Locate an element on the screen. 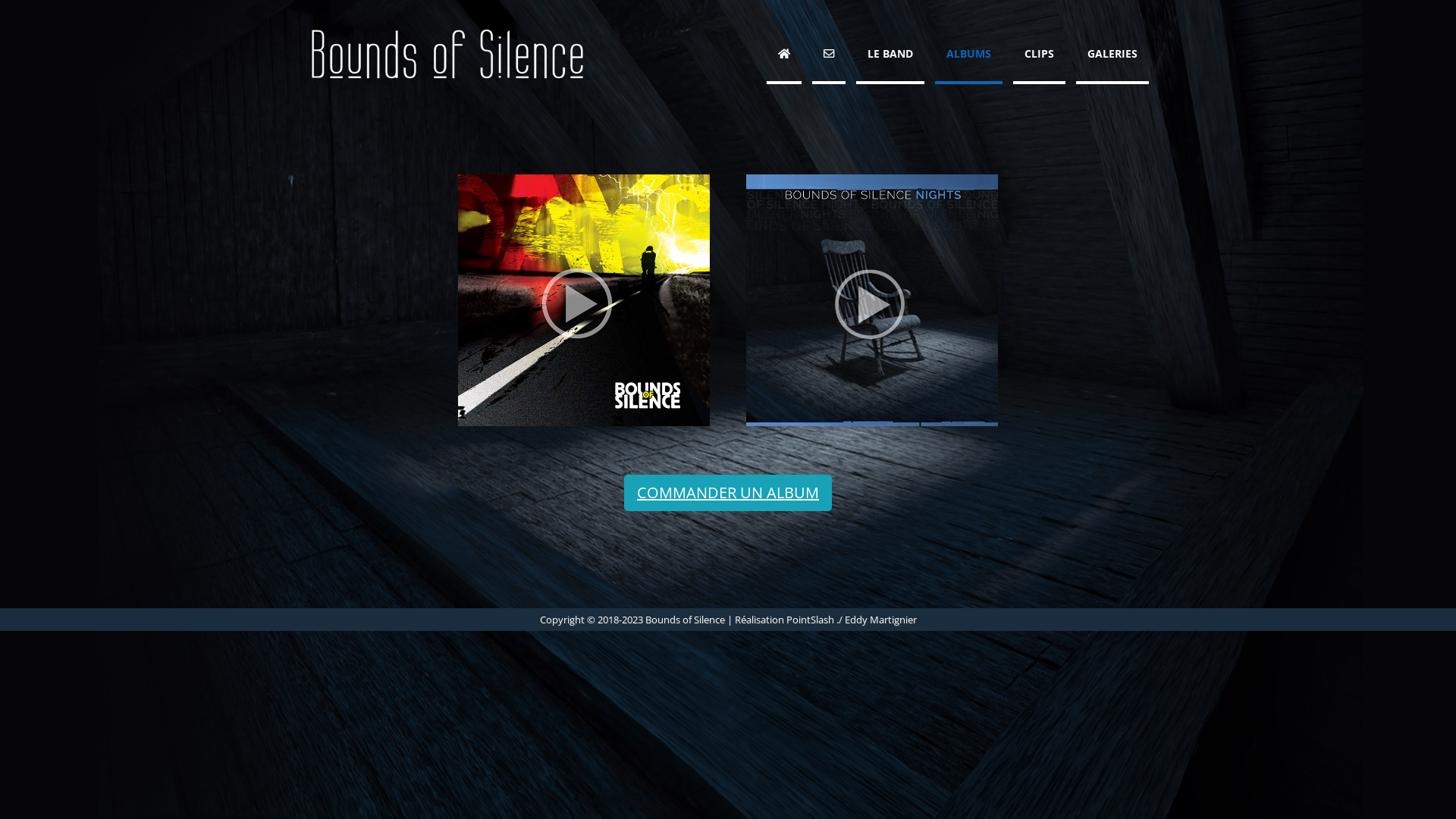 Image resolution: width=1456 pixels, height=819 pixels. 'PointSlash ./ Eddy Martignier' is located at coordinates (851, 620).